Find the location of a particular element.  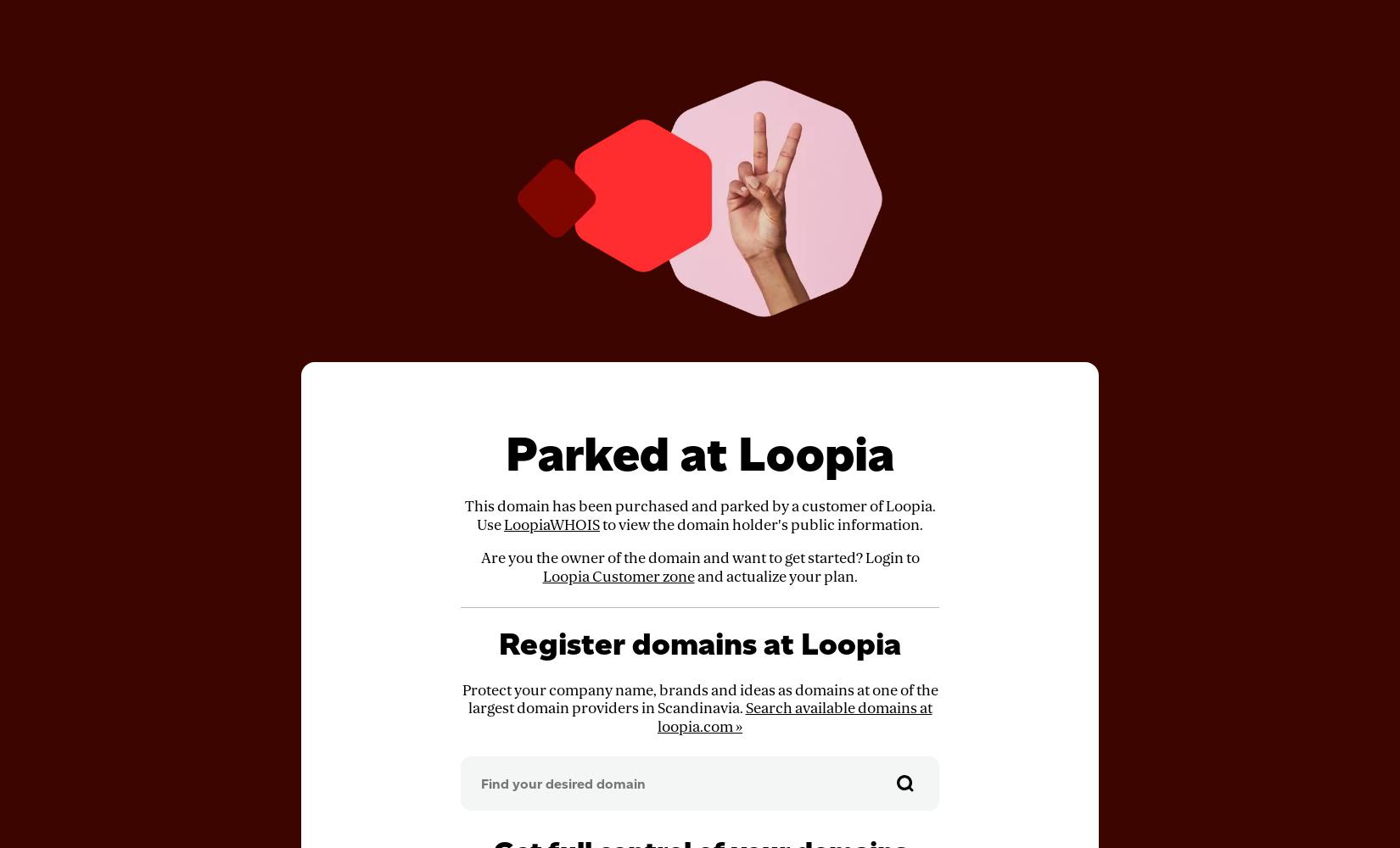

'Parked at Loopia' is located at coordinates (700, 454).